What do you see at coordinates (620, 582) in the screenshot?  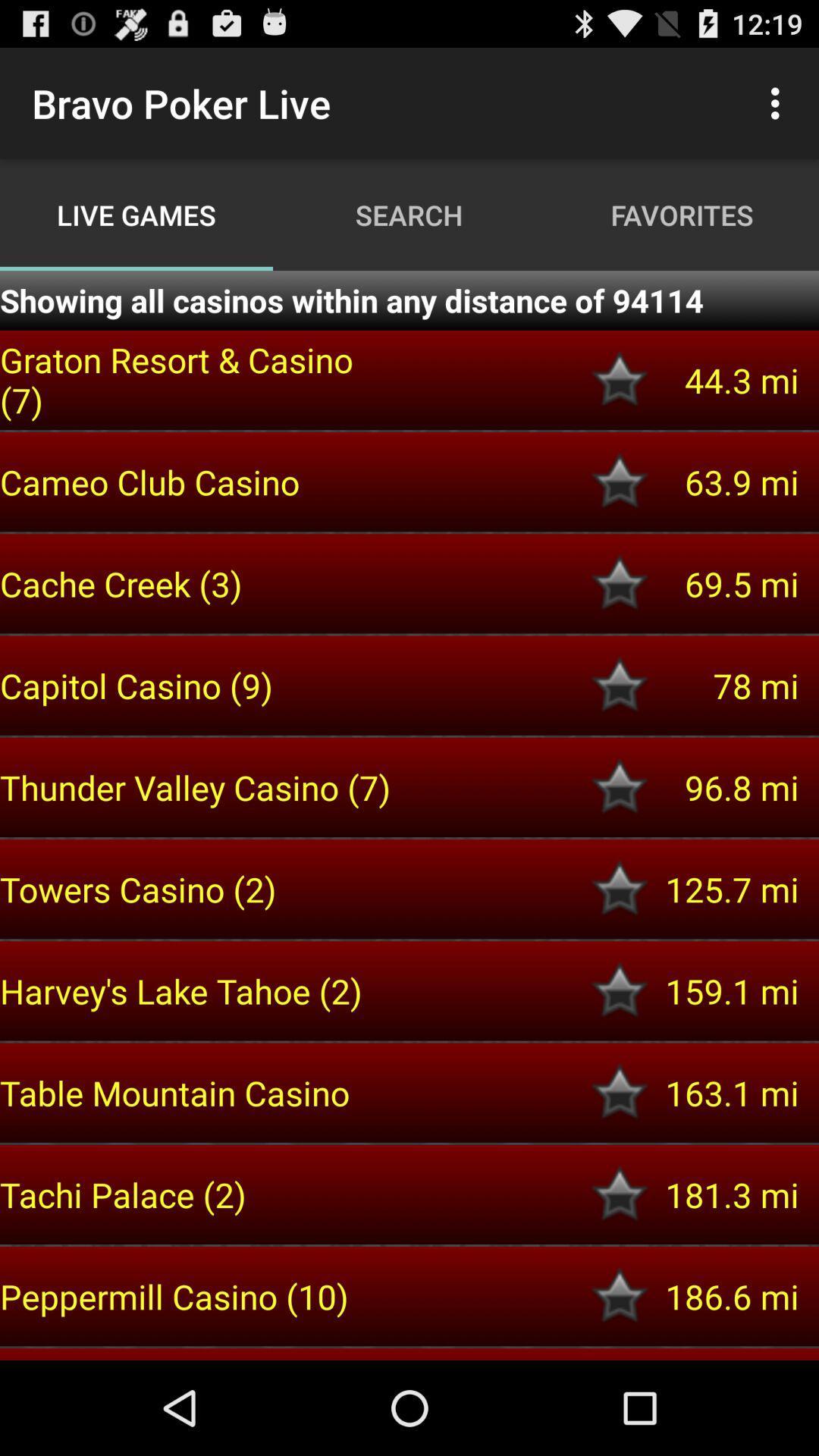 I see `to favorite` at bounding box center [620, 582].